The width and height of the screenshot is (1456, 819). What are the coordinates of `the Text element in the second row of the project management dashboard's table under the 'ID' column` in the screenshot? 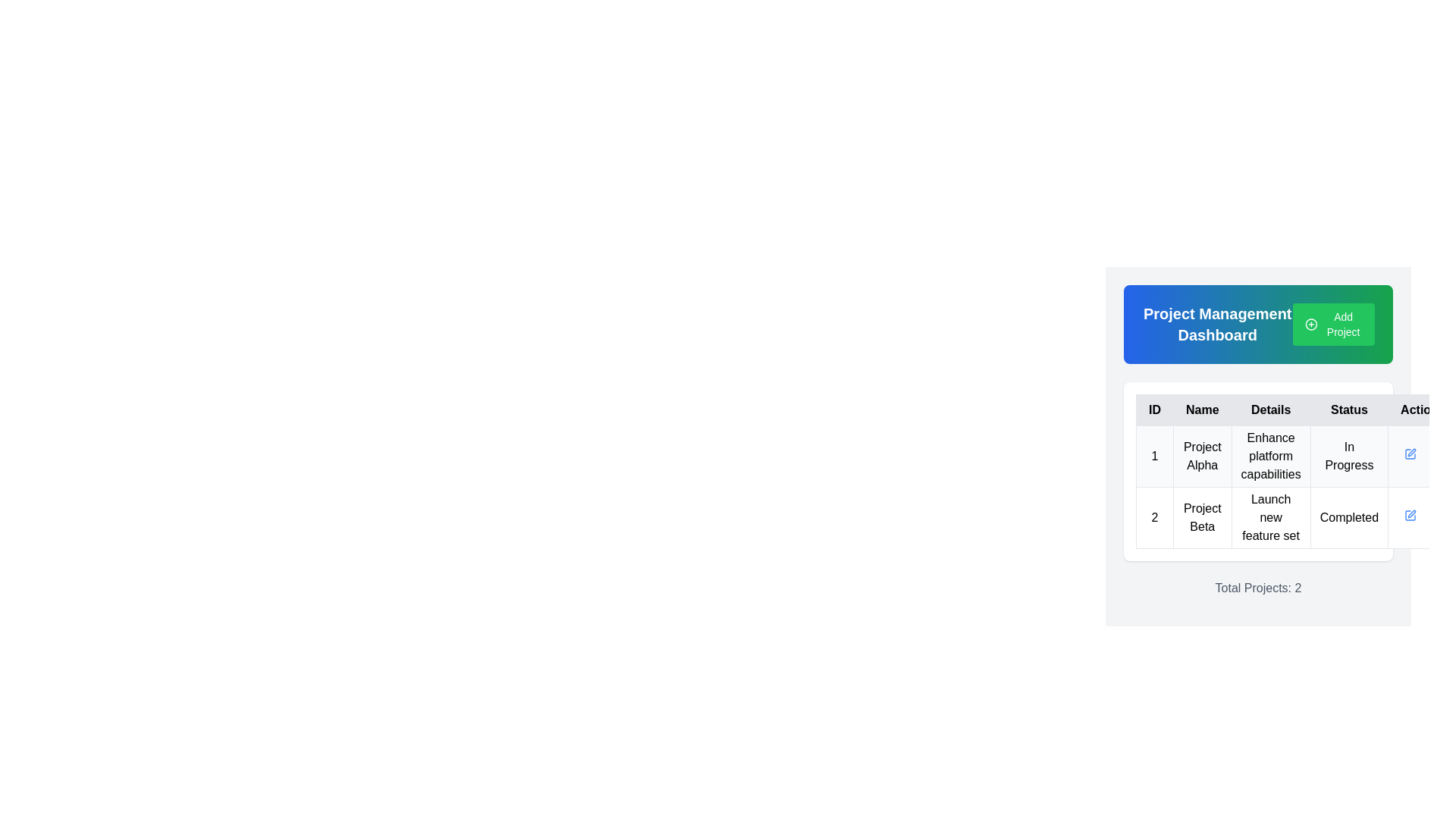 It's located at (1153, 516).